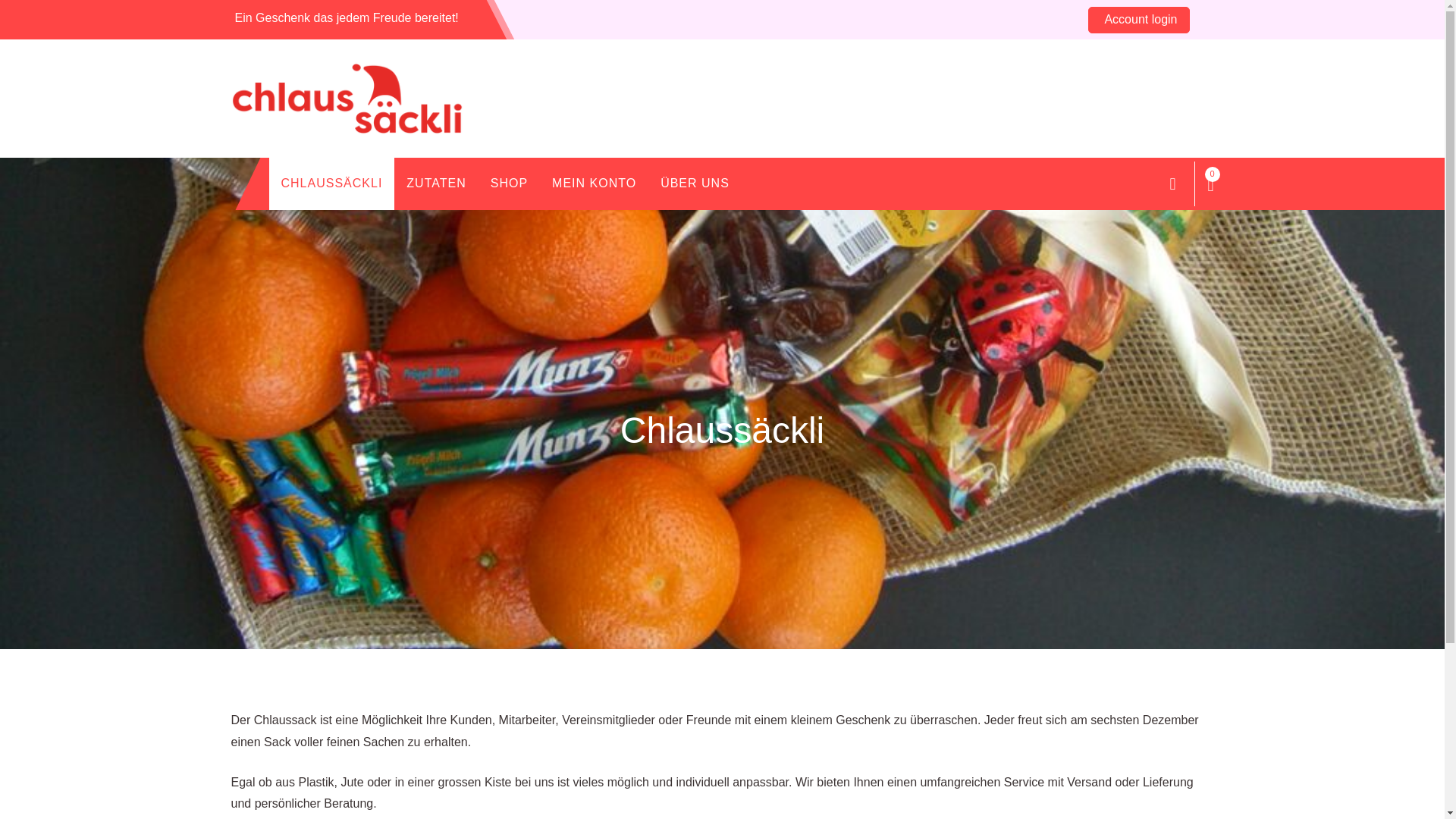 The height and width of the screenshot is (819, 1456). I want to click on 'SHOP', so click(477, 183).